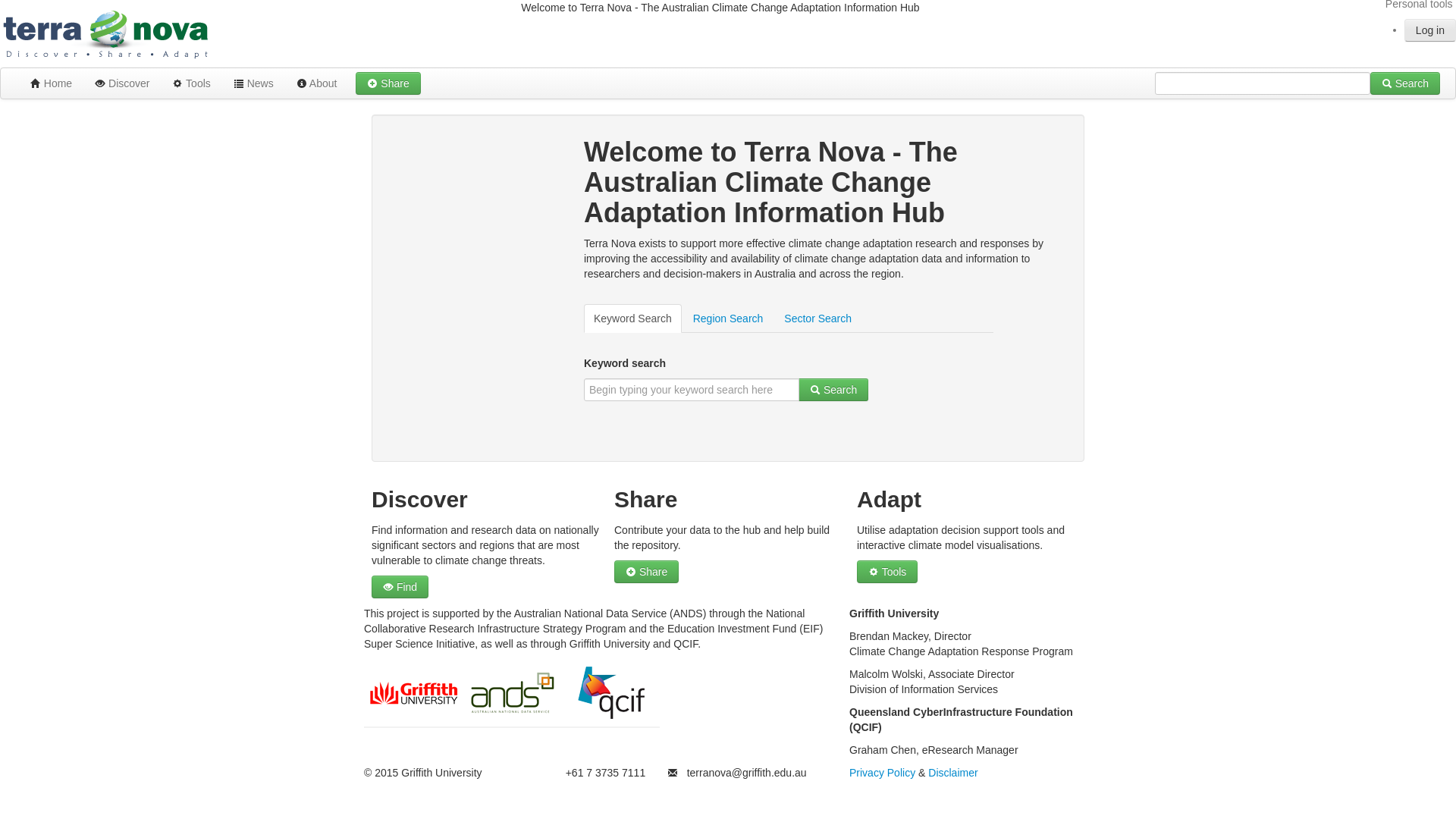 The image size is (1456, 819). What do you see at coordinates (388, 83) in the screenshot?
I see `'Share'` at bounding box center [388, 83].